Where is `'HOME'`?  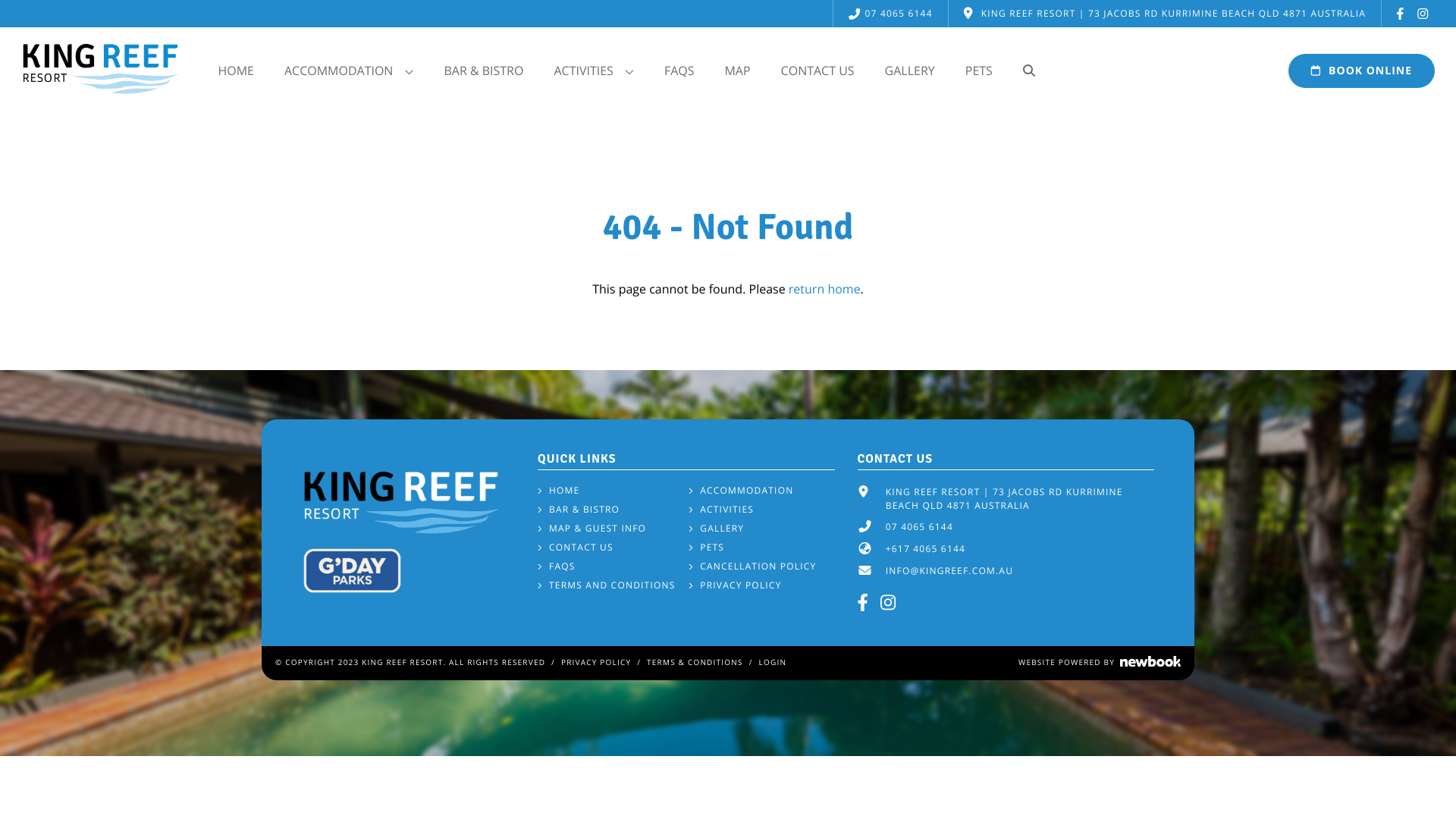
'HOME' is located at coordinates (557, 491).